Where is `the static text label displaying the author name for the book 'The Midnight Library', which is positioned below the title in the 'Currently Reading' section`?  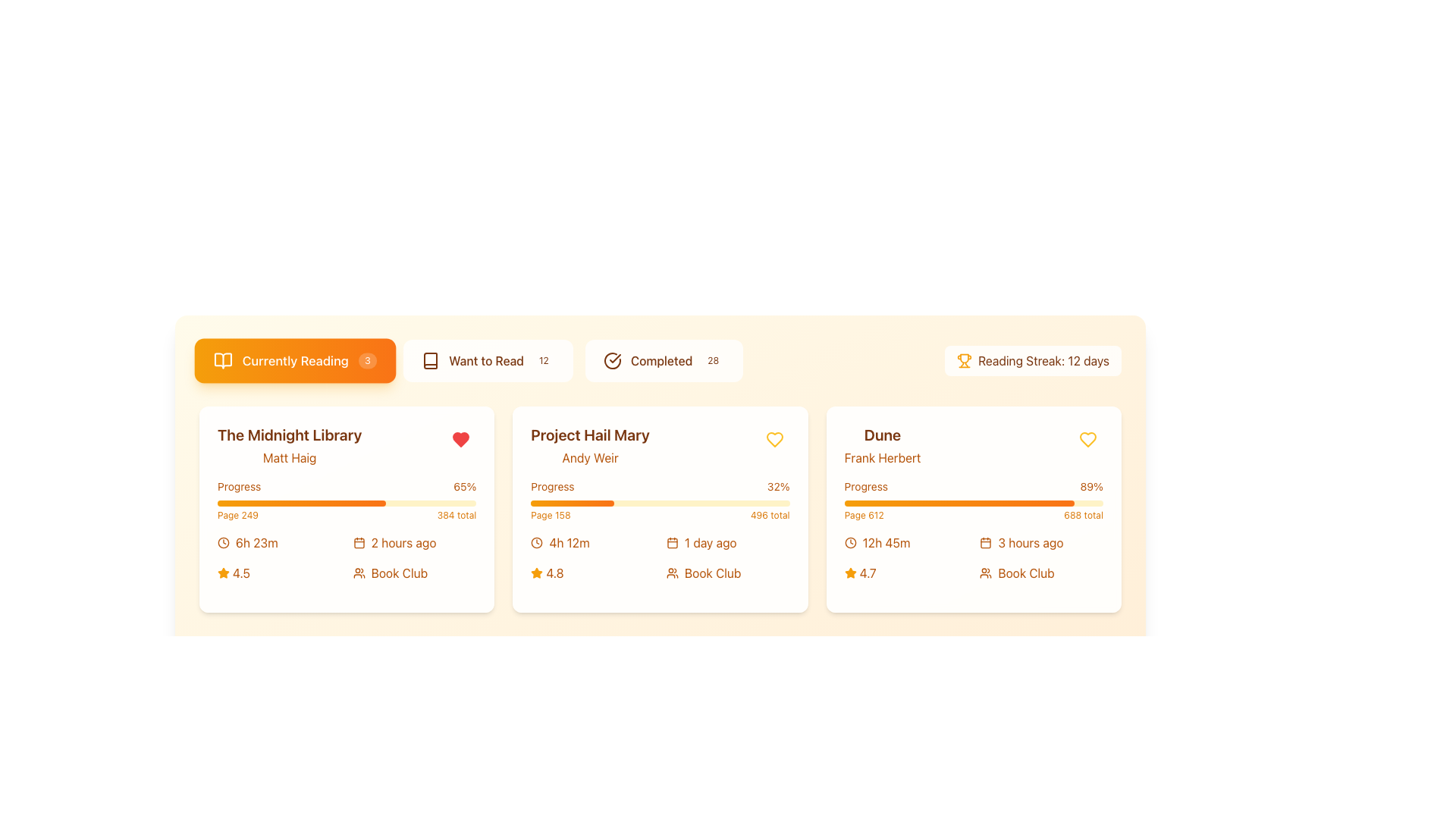 the static text label displaying the author name for the book 'The Midnight Library', which is positioned below the title in the 'Currently Reading' section is located at coordinates (290, 457).